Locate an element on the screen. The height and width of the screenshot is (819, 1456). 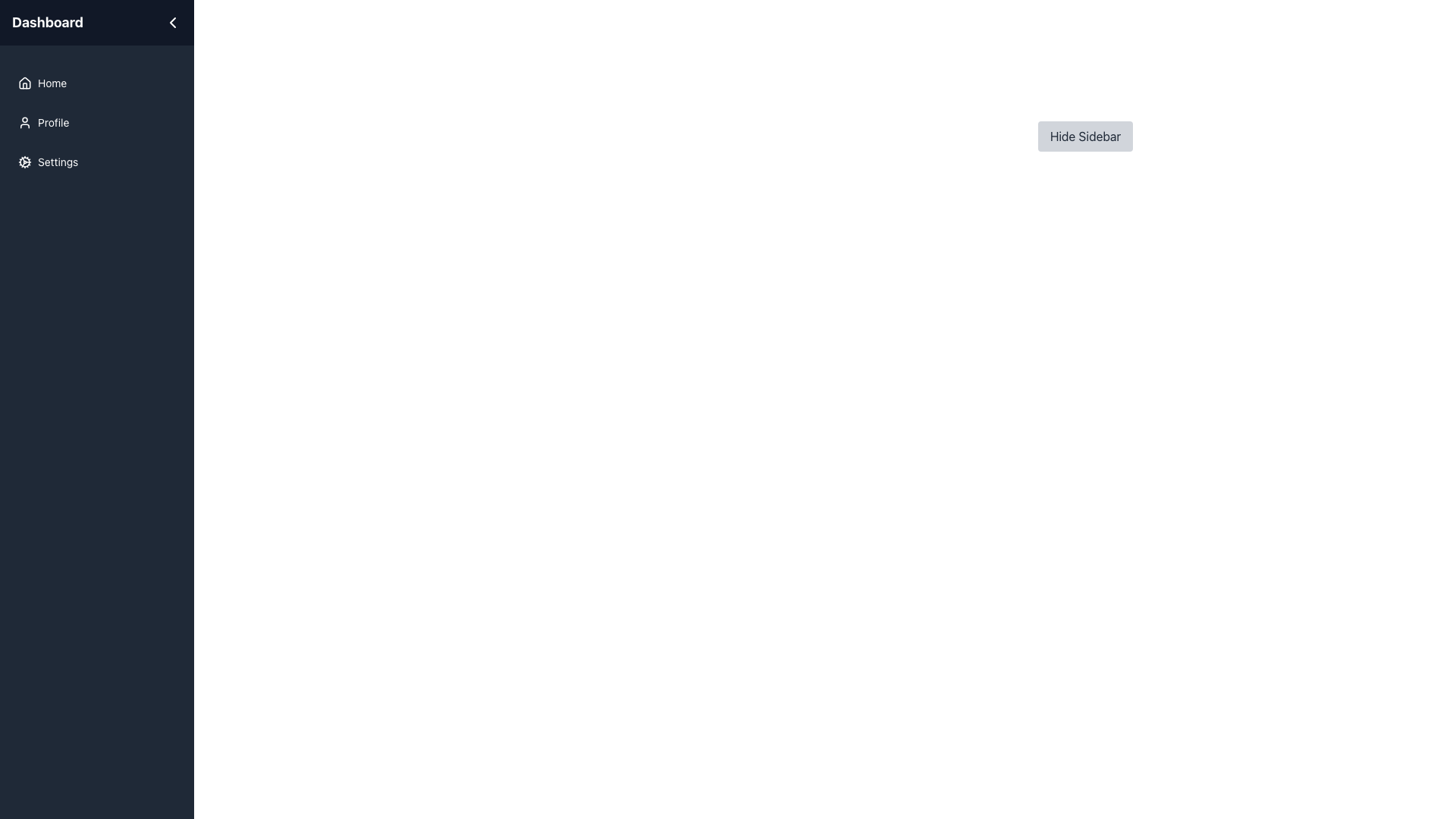
the cogwheel-shaped icon in the sidebar that precedes the 'Settings' text label is located at coordinates (25, 162).